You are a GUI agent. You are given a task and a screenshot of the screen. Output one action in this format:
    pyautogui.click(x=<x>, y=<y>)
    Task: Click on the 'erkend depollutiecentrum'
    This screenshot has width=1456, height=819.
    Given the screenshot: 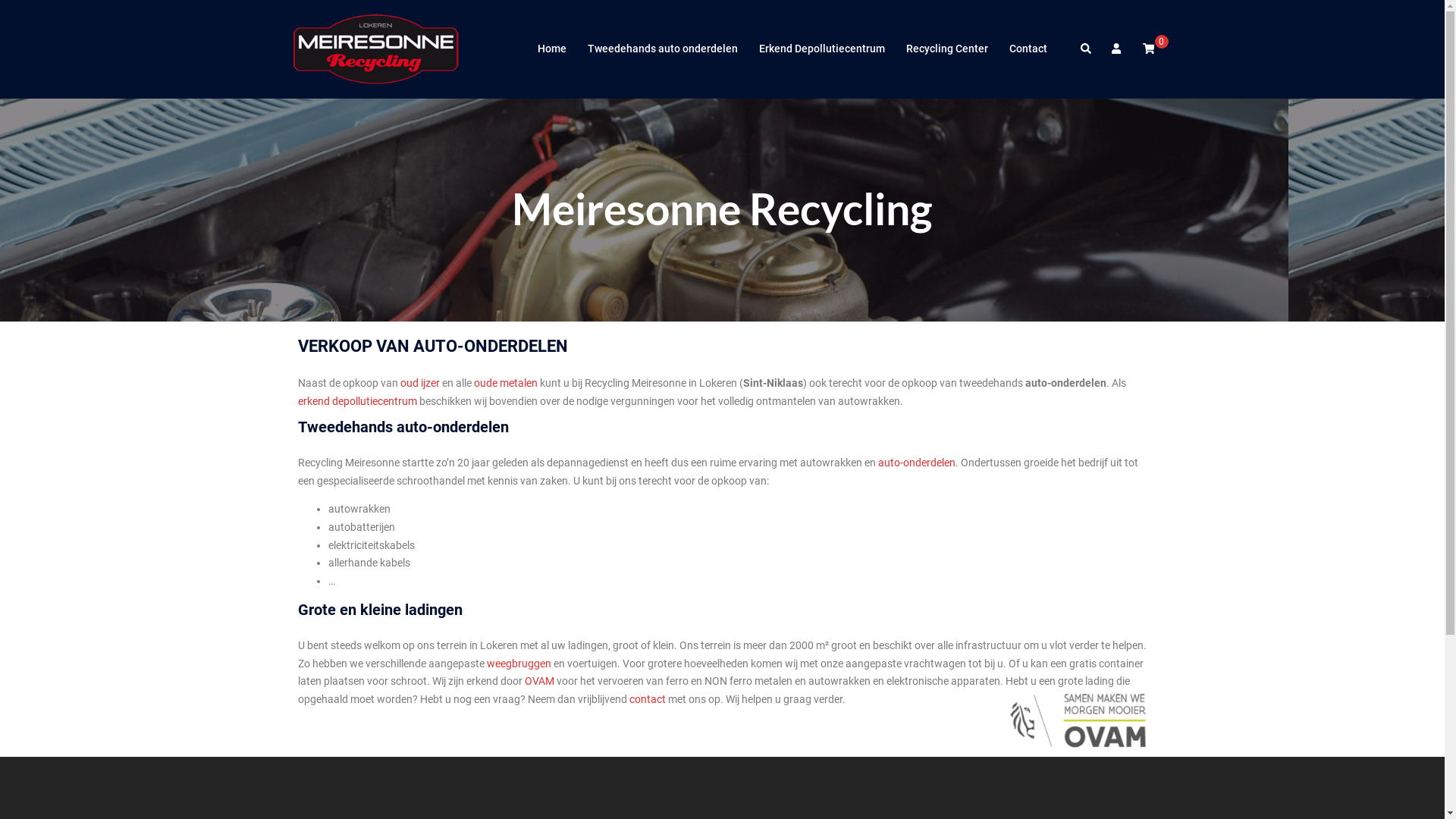 What is the action you would take?
    pyautogui.click(x=356, y=400)
    